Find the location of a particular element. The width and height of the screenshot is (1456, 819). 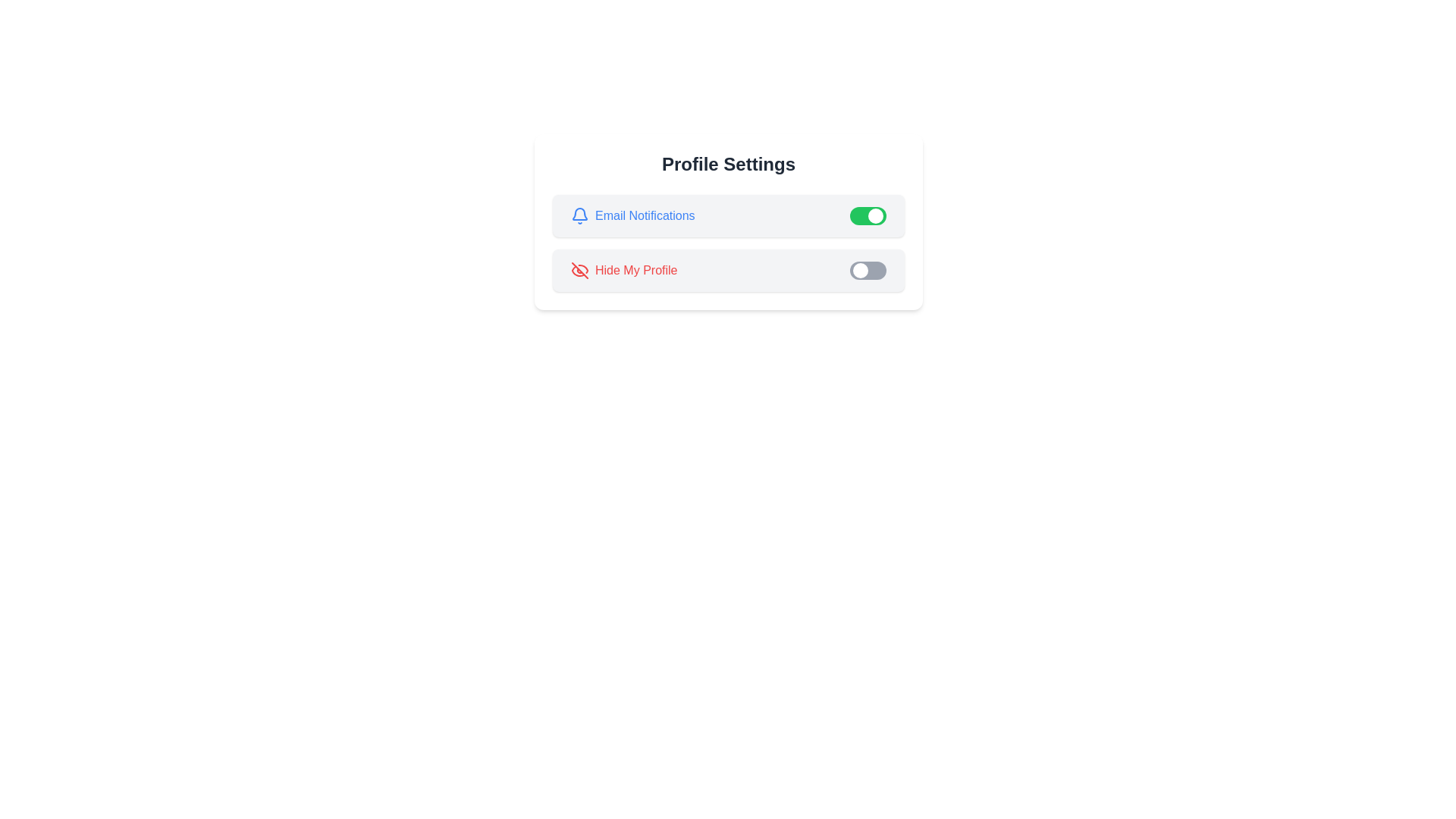

the toggle switch located to the right of the 'Hide My Profile' text in the 'Profile Settings' panel is located at coordinates (868, 270).